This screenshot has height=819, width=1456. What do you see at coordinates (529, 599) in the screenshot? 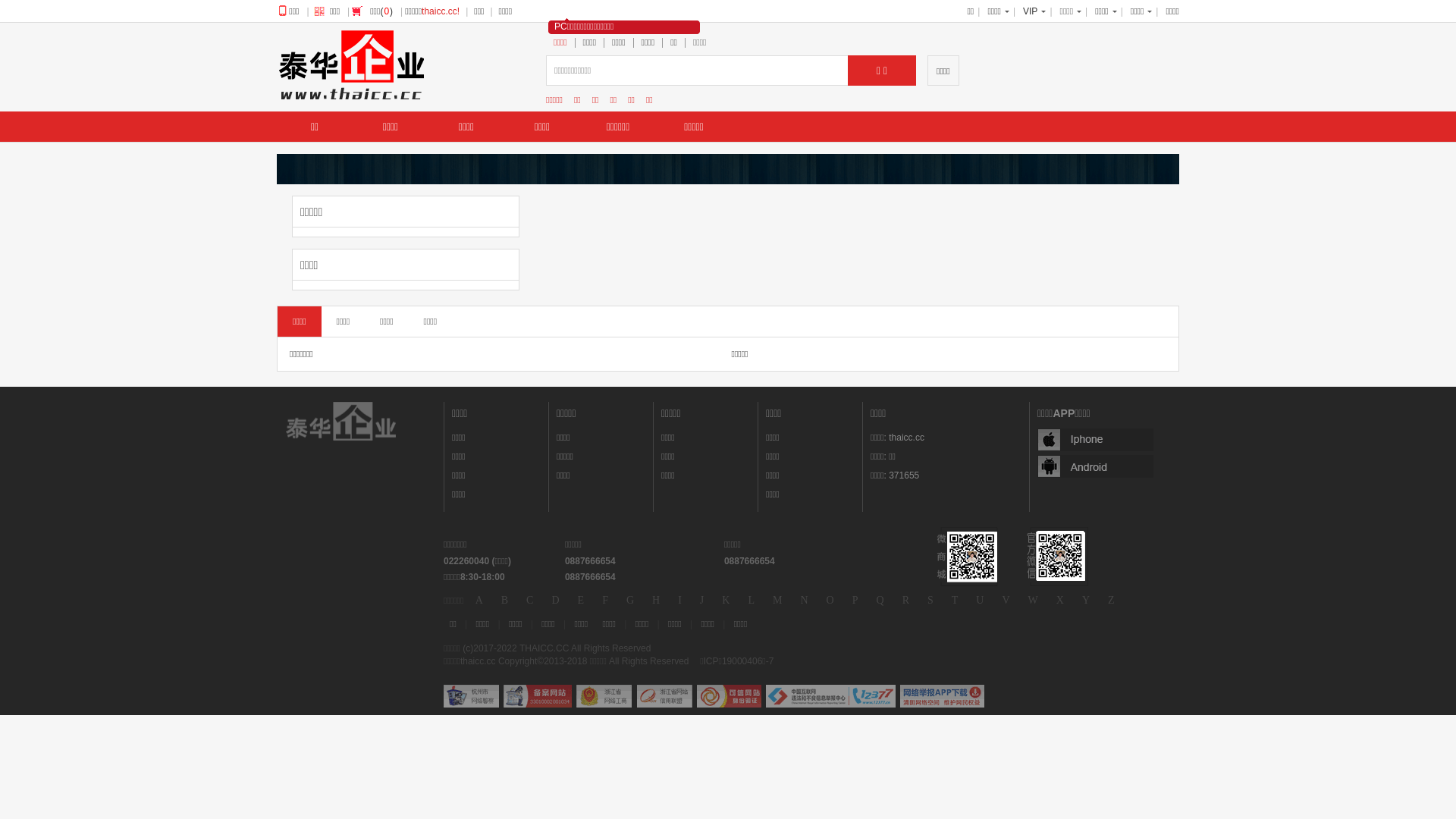
I see `'C'` at bounding box center [529, 599].